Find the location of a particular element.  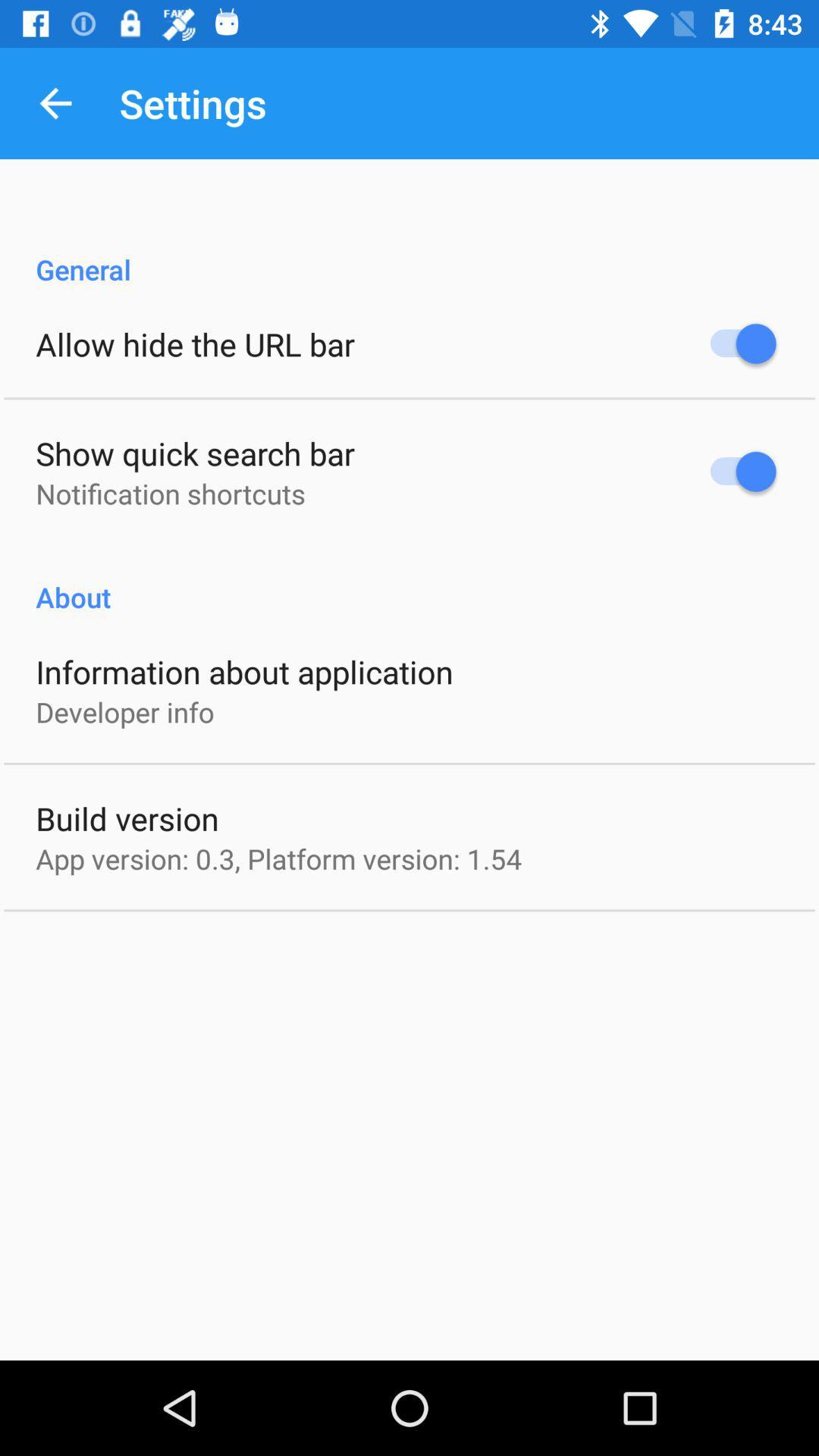

item below build version item is located at coordinates (278, 858).